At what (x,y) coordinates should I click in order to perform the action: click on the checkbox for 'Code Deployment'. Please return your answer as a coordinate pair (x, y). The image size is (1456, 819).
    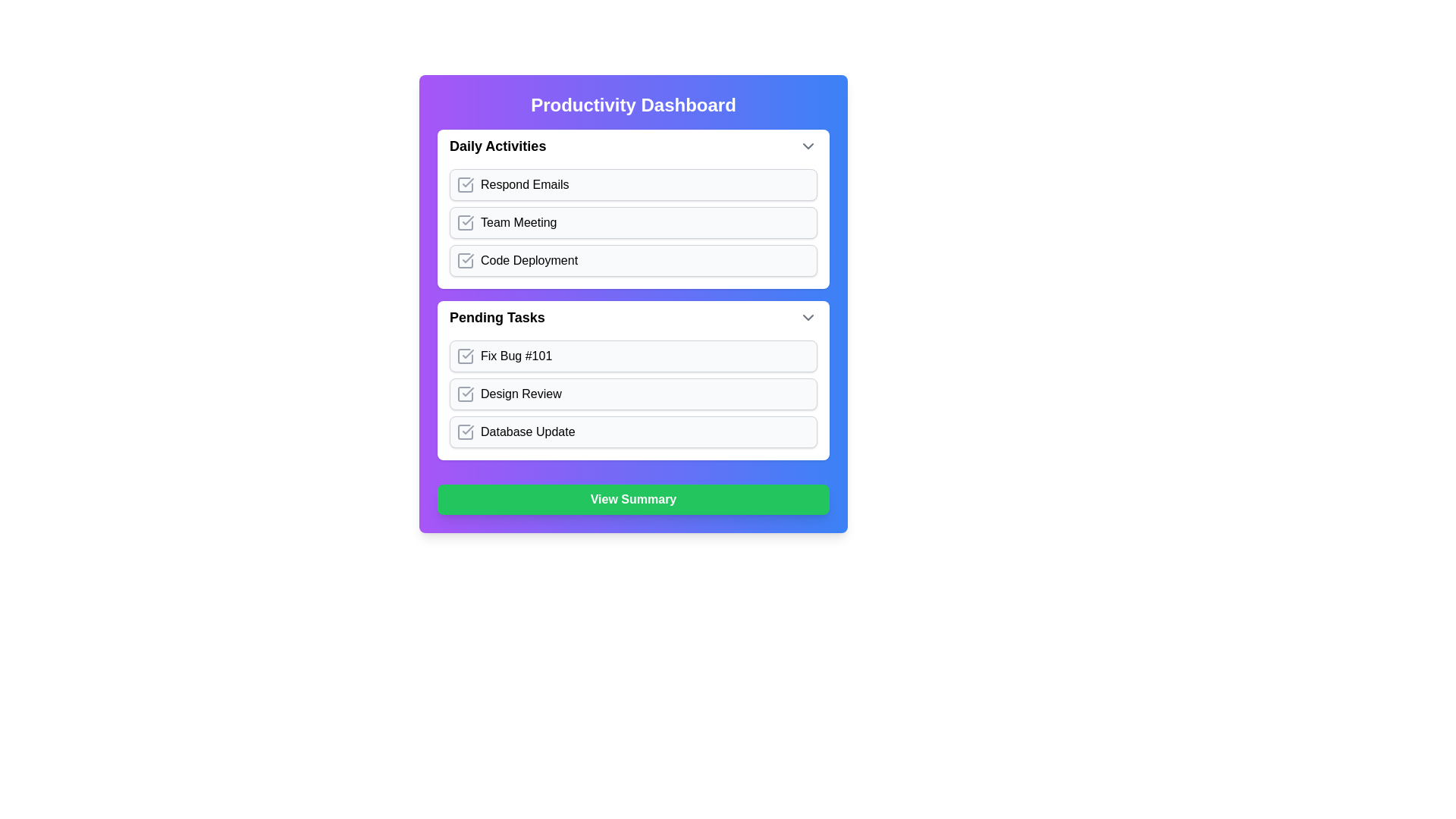
    Looking at the image, I should click on (633, 259).